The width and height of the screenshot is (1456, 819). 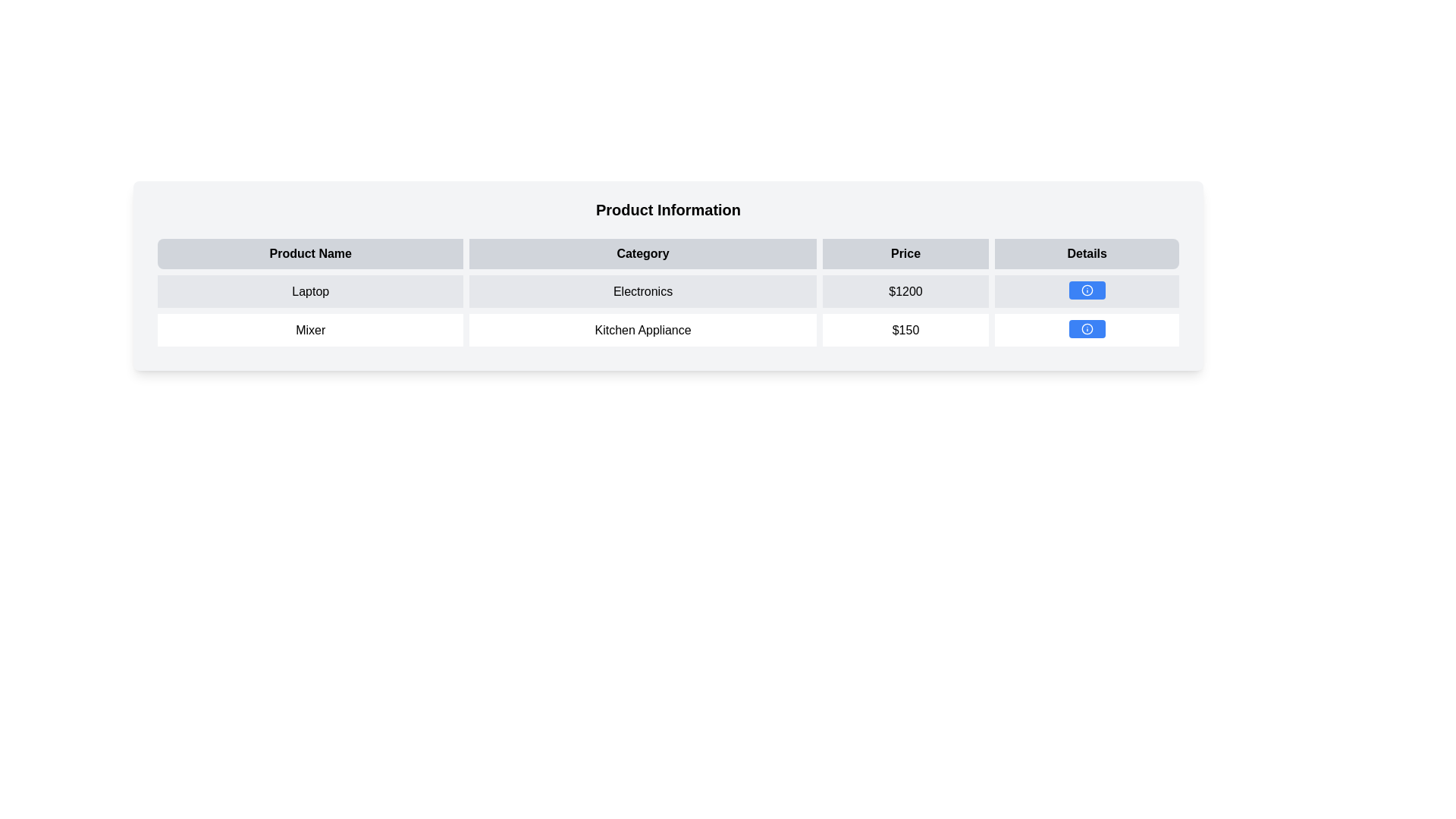 I want to click on the 'Electronics' text label, which is the second column in a tabular layout, aligning with the 'Category' header and positioned beside 'Laptop' and '$1200', so click(x=643, y=291).